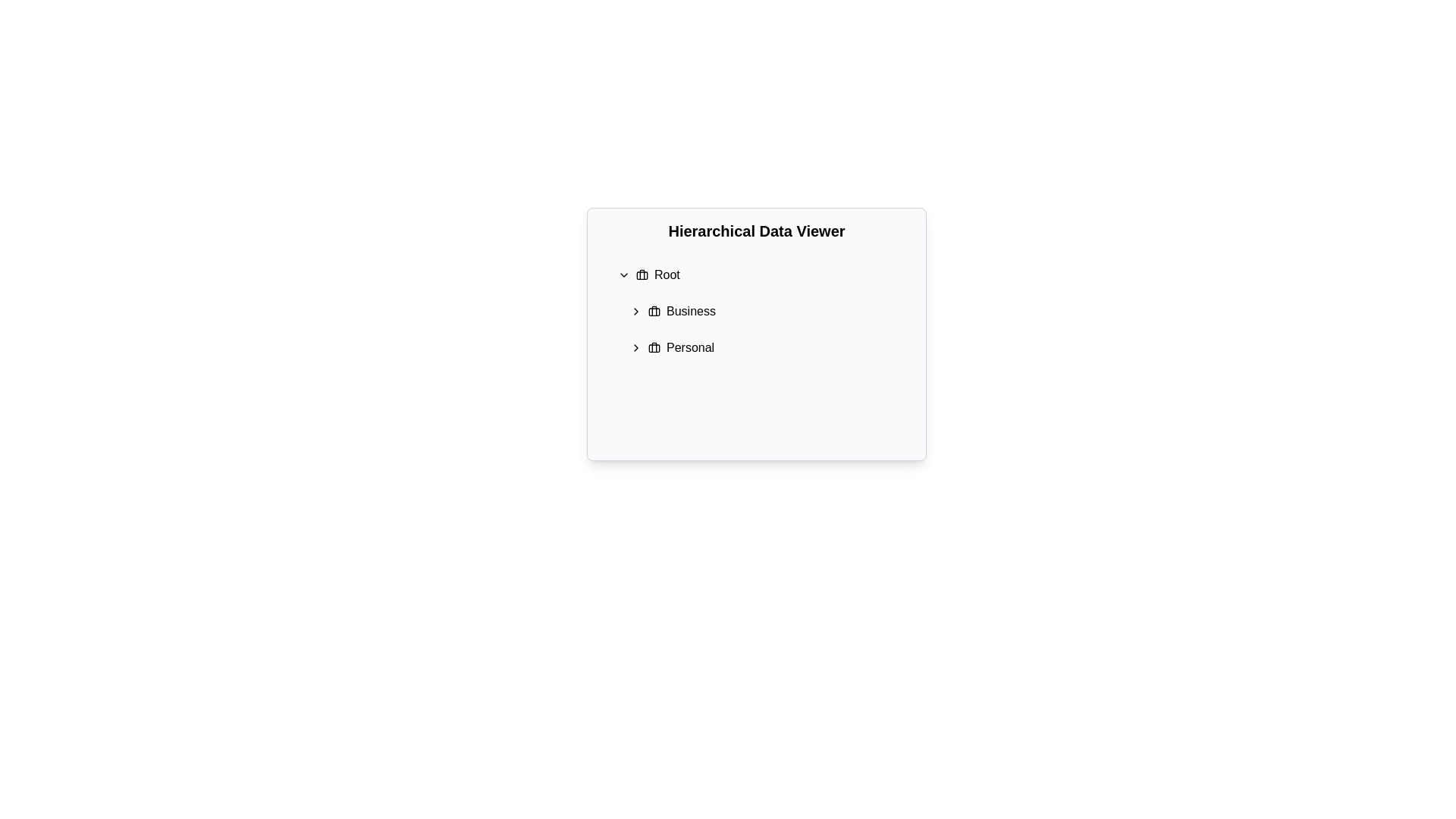 The image size is (1456, 819). I want to click on the 'Business' label in the hierarchical data viewer, so click(690, 311).